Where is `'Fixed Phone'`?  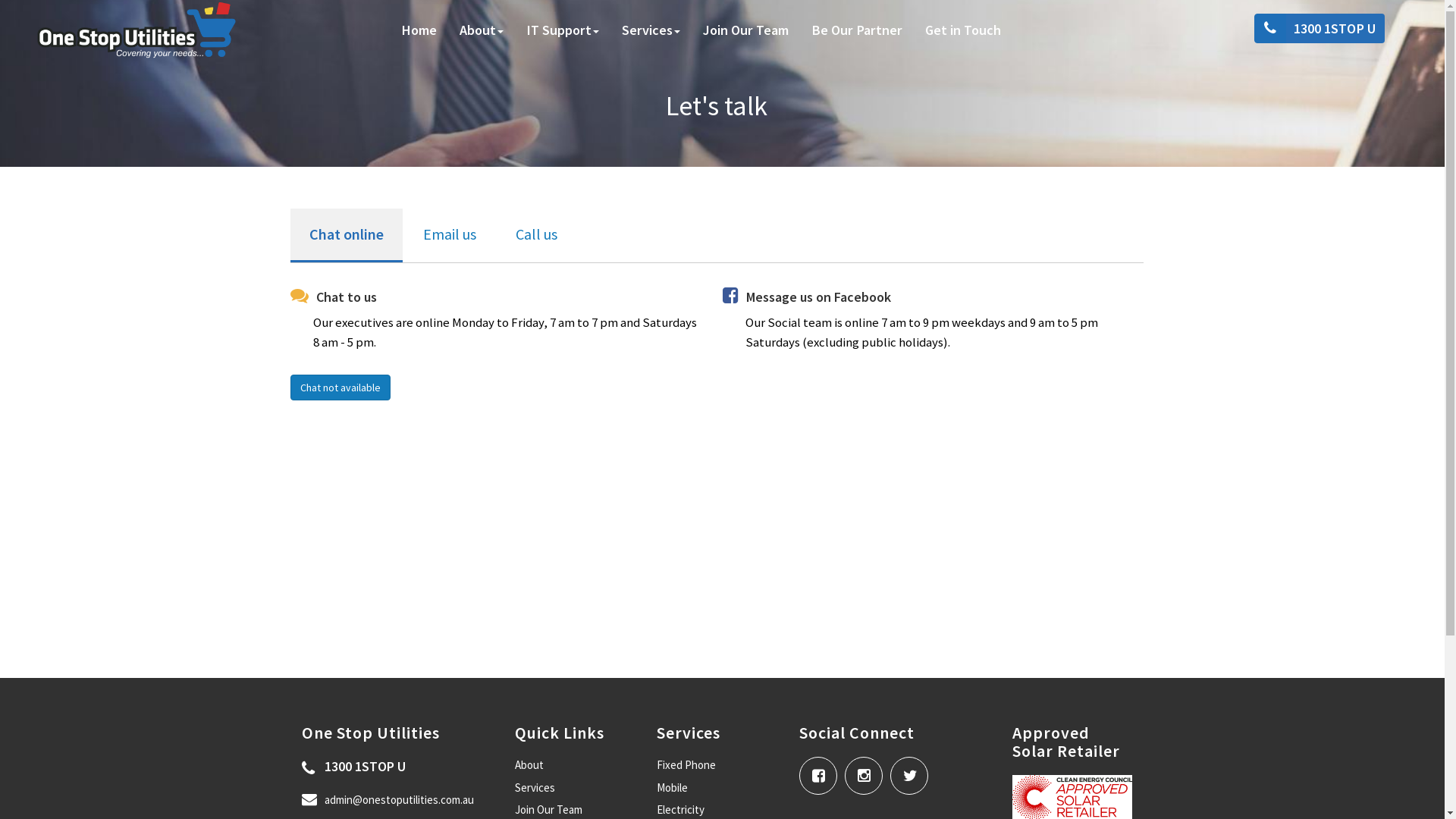
'Fixed Phone' is located at coordinates (656, 764).